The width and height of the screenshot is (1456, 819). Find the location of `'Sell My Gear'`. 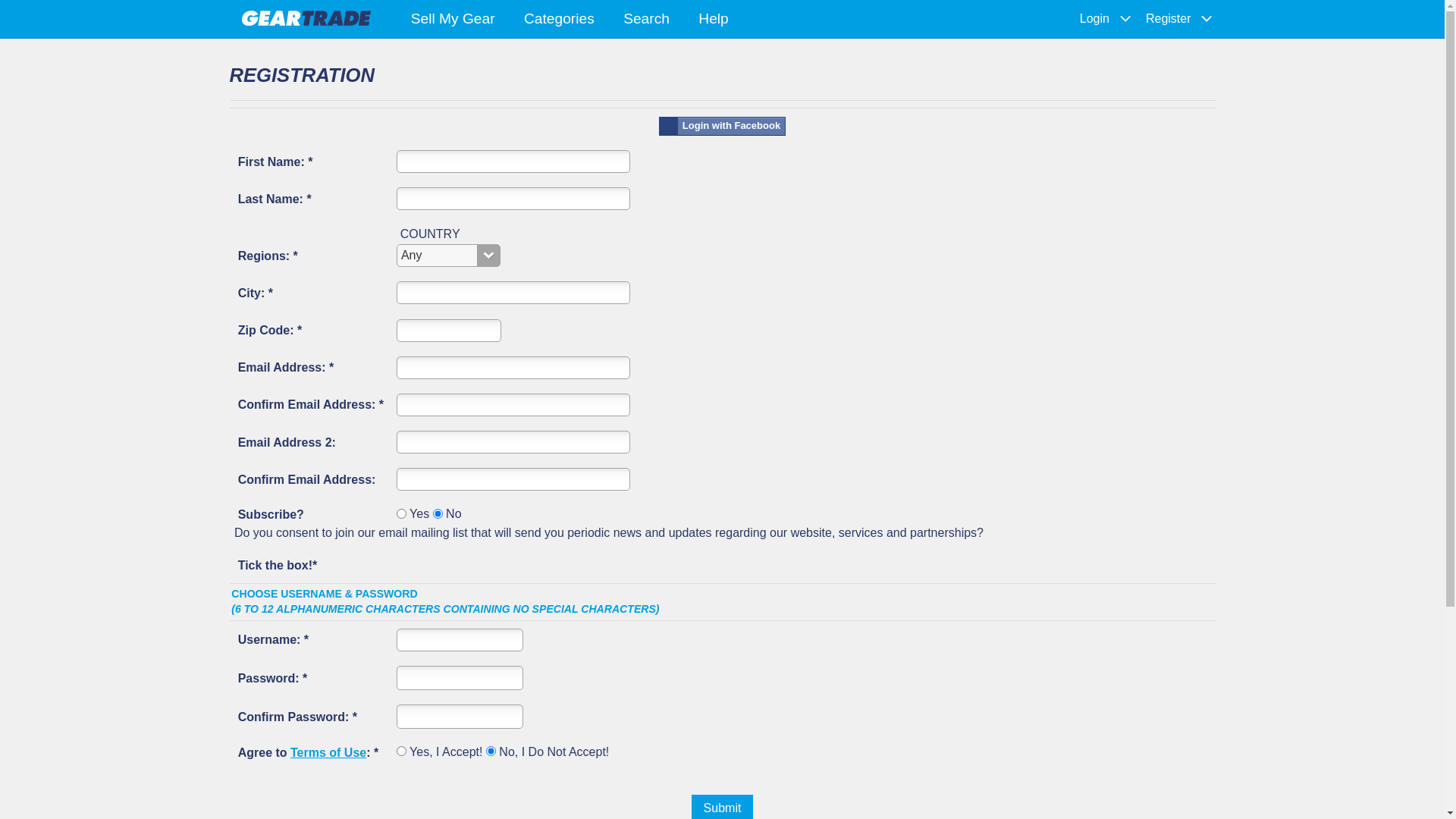

'Sell My Gear' is located at coordinates (451, 19).